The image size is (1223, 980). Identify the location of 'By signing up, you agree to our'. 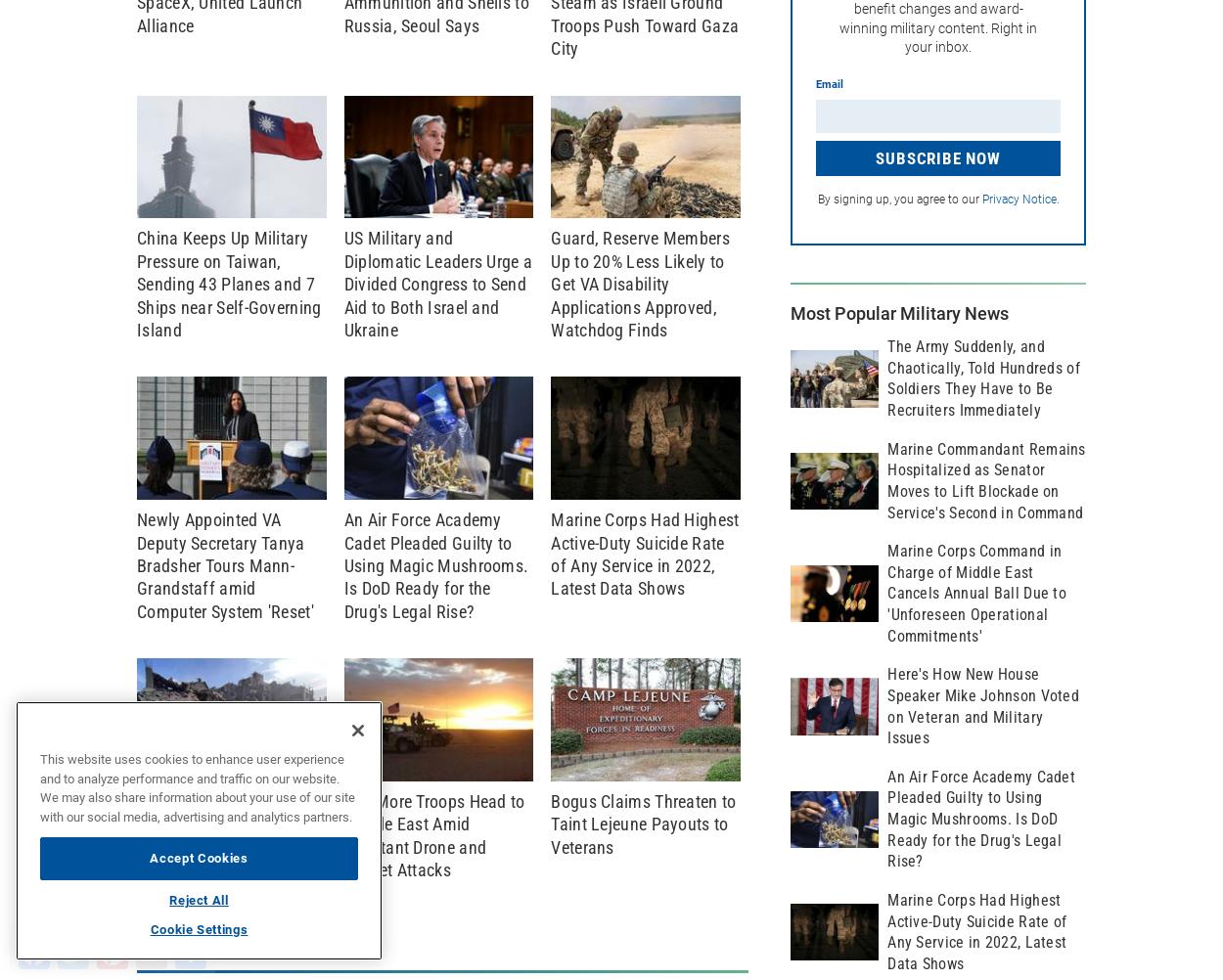
(816, 200).